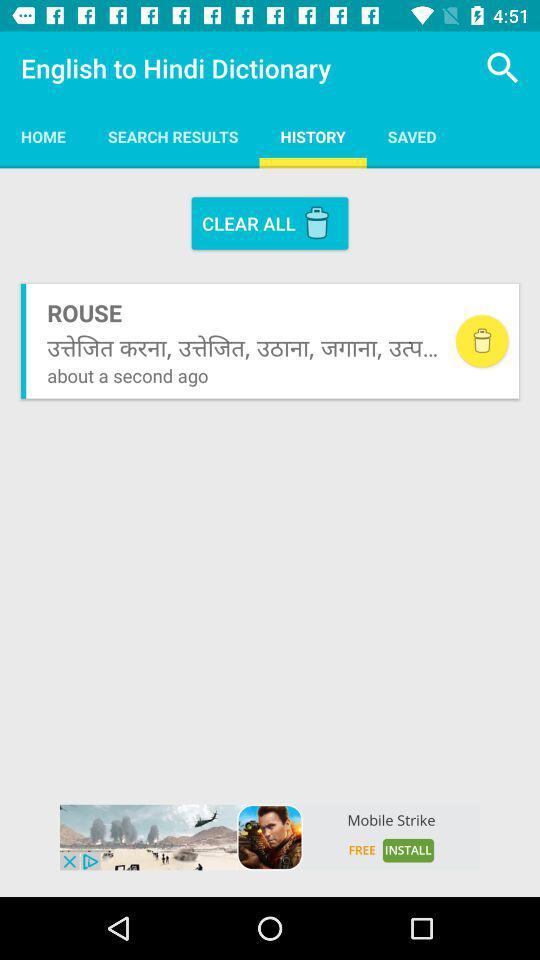 The height and width of the screenshot is (960, 540). What do you see at coordinates (481, 341) in the screenshot?
I see `delete message` at bounding box center [481, 341].